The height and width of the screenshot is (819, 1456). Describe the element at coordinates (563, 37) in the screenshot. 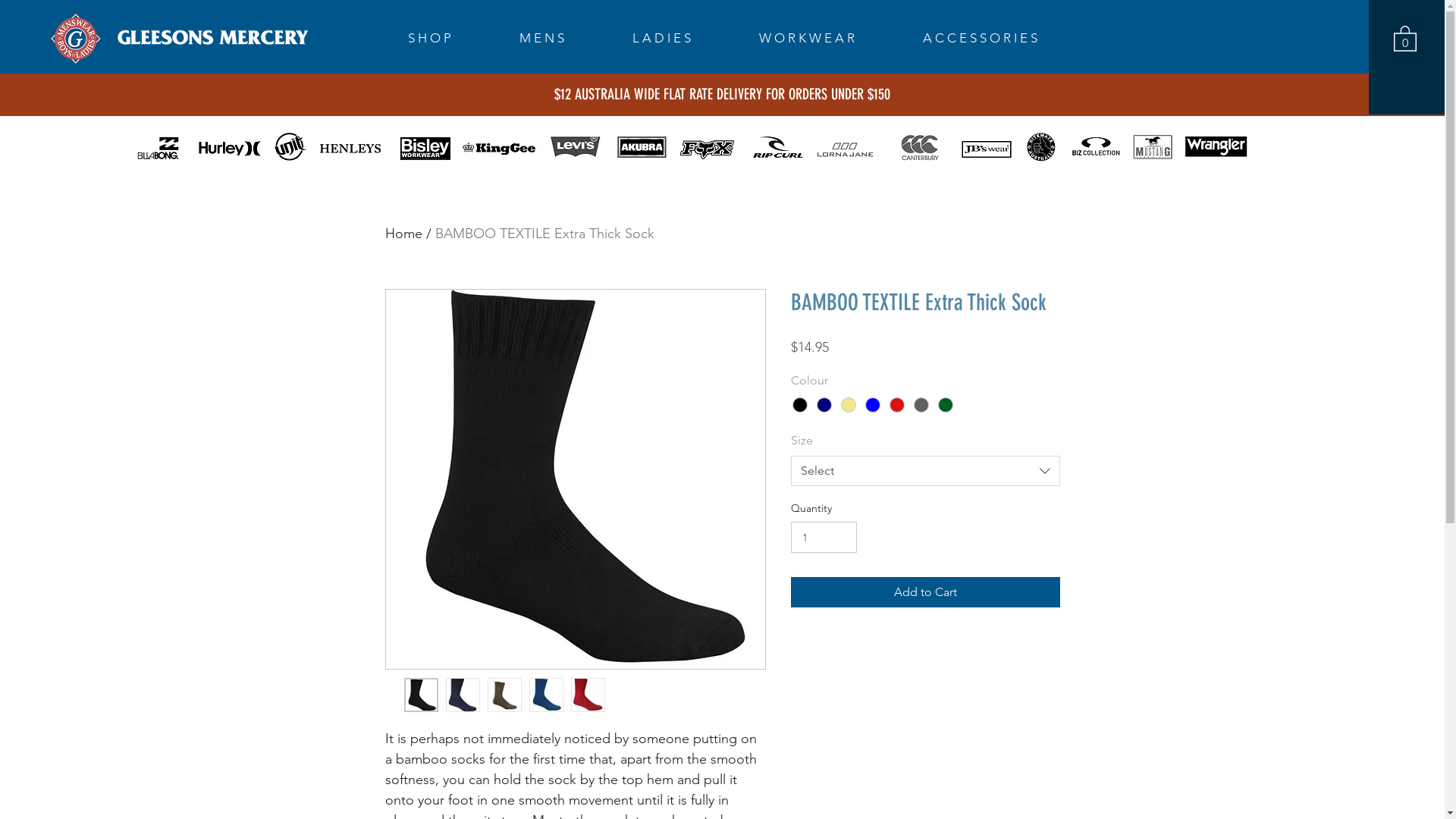

I see `'M E N S'` at that location.